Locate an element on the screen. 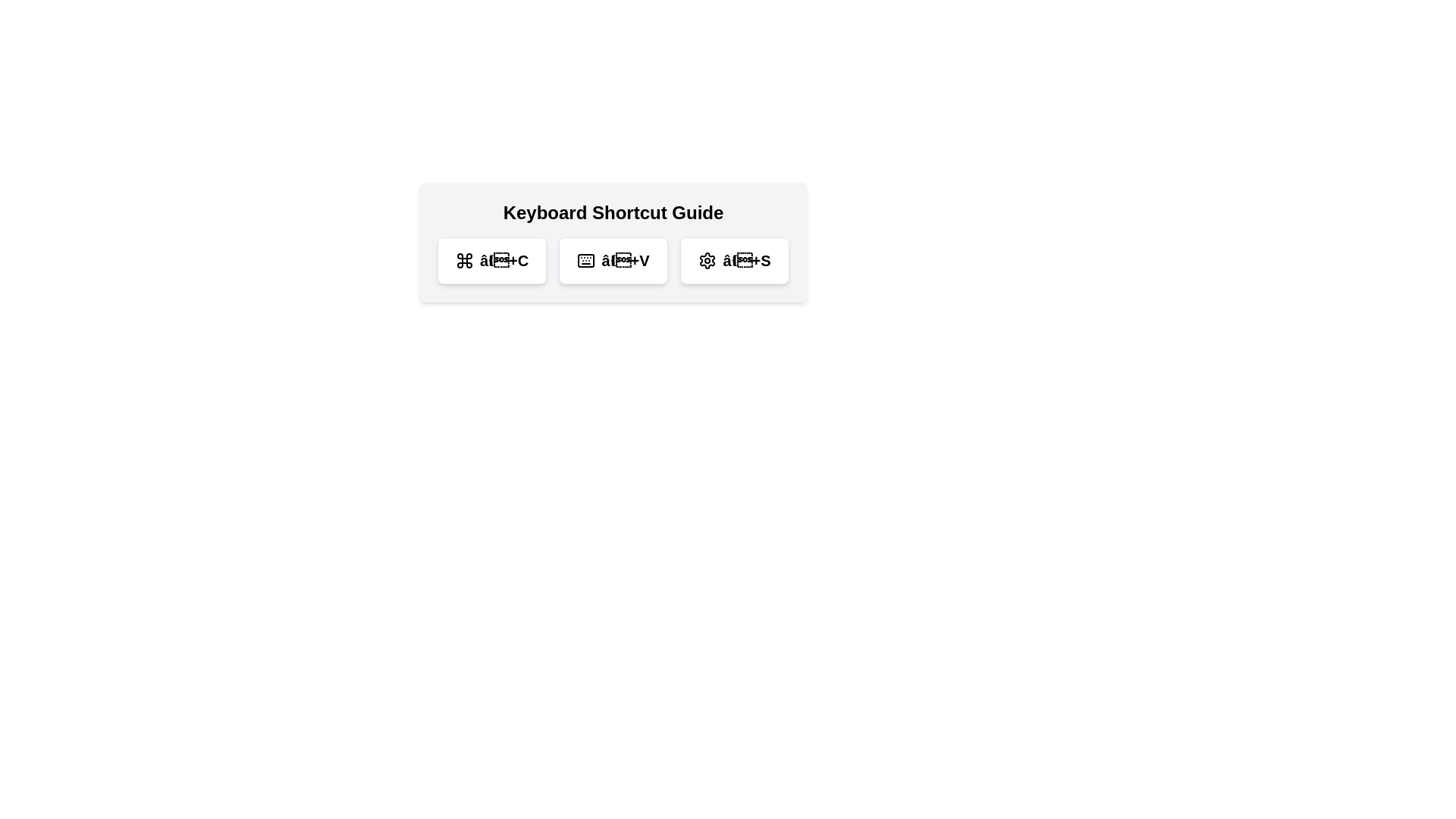 Image resolution: width=1456 pixels, height=819 pixels. the third button labeled 'â+S' to access its related functionality based on its informational content is located at coordinates (735, 259).